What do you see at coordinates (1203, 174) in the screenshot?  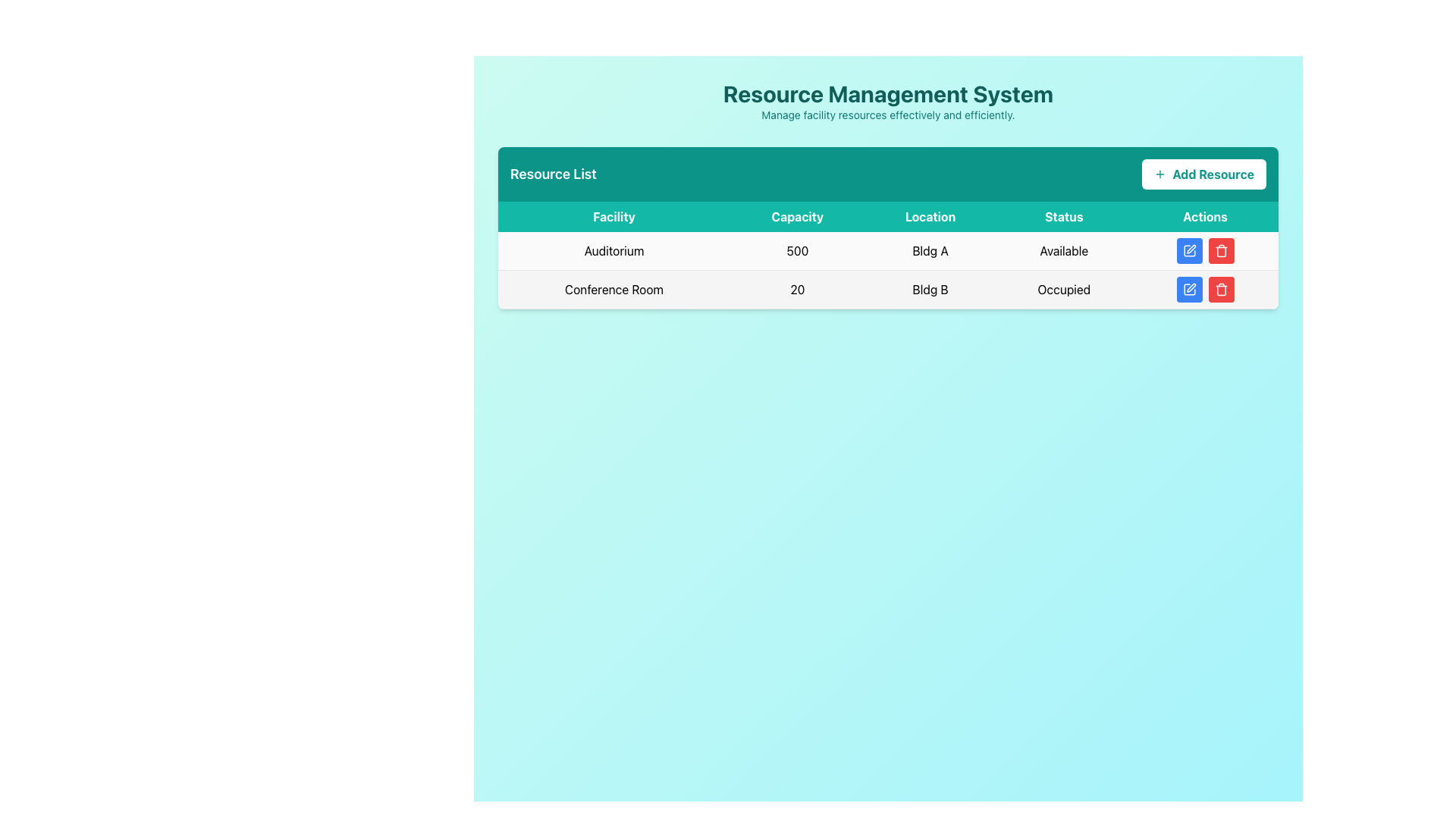 I see `the 'Add Resource' button, which is a button with bold teal text on a white background, located in the right corner of the teal header bar labeled 'Resource List'` at bounding box center [1203, 174].